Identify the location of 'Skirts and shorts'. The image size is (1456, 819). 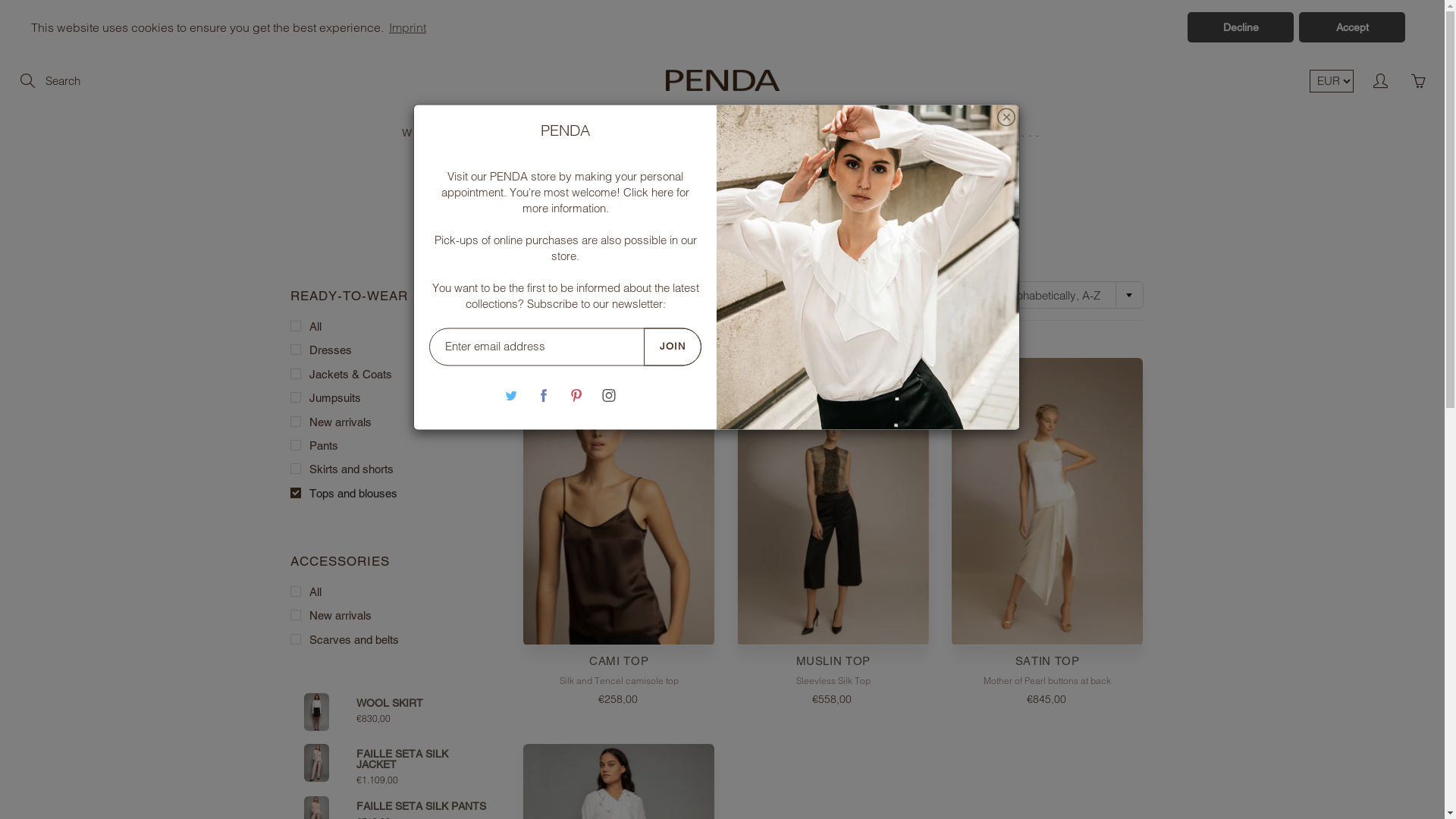
(290, 468).